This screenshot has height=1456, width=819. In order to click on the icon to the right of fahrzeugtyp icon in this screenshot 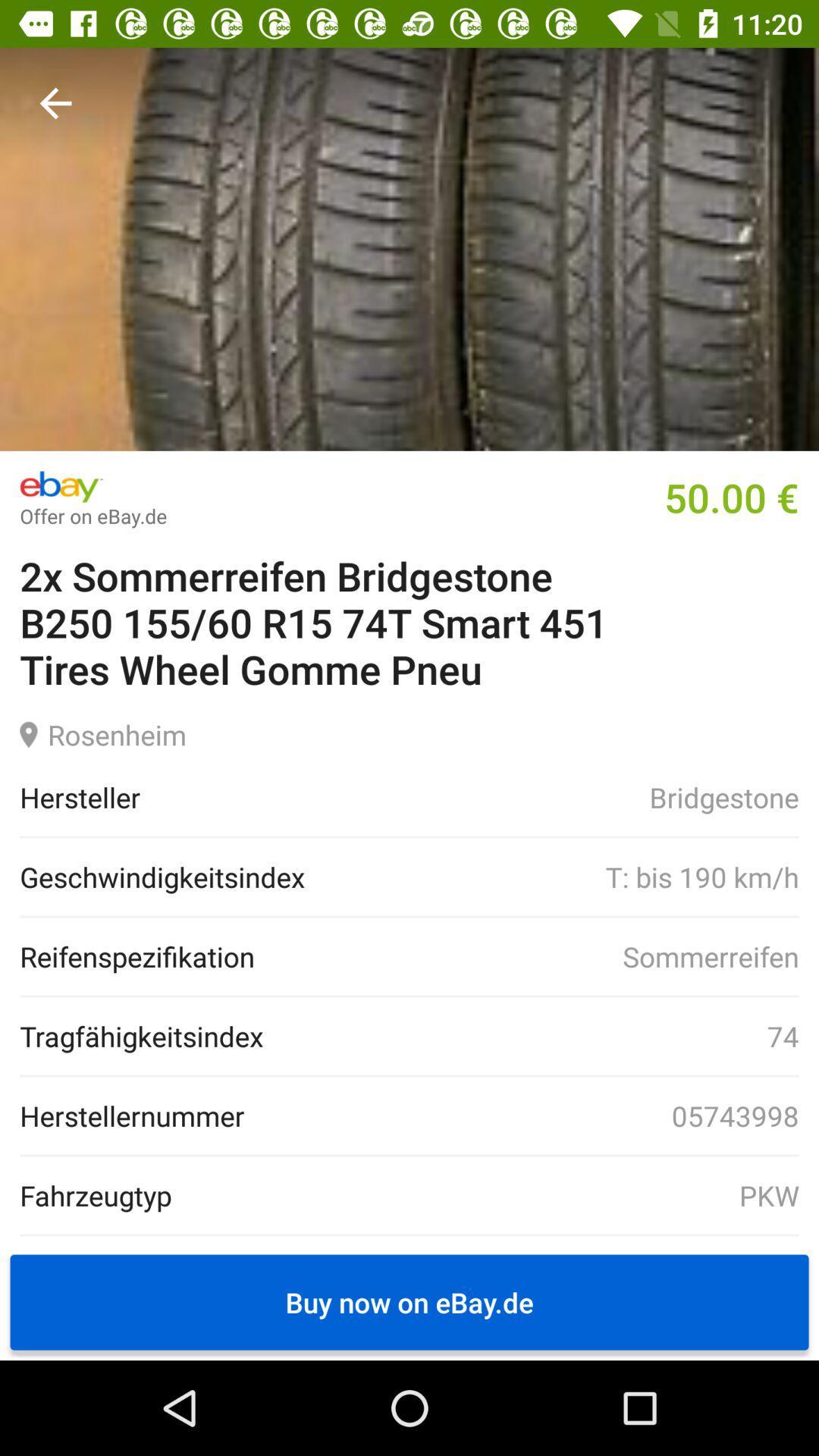, I will do `click(485, 1194)`.